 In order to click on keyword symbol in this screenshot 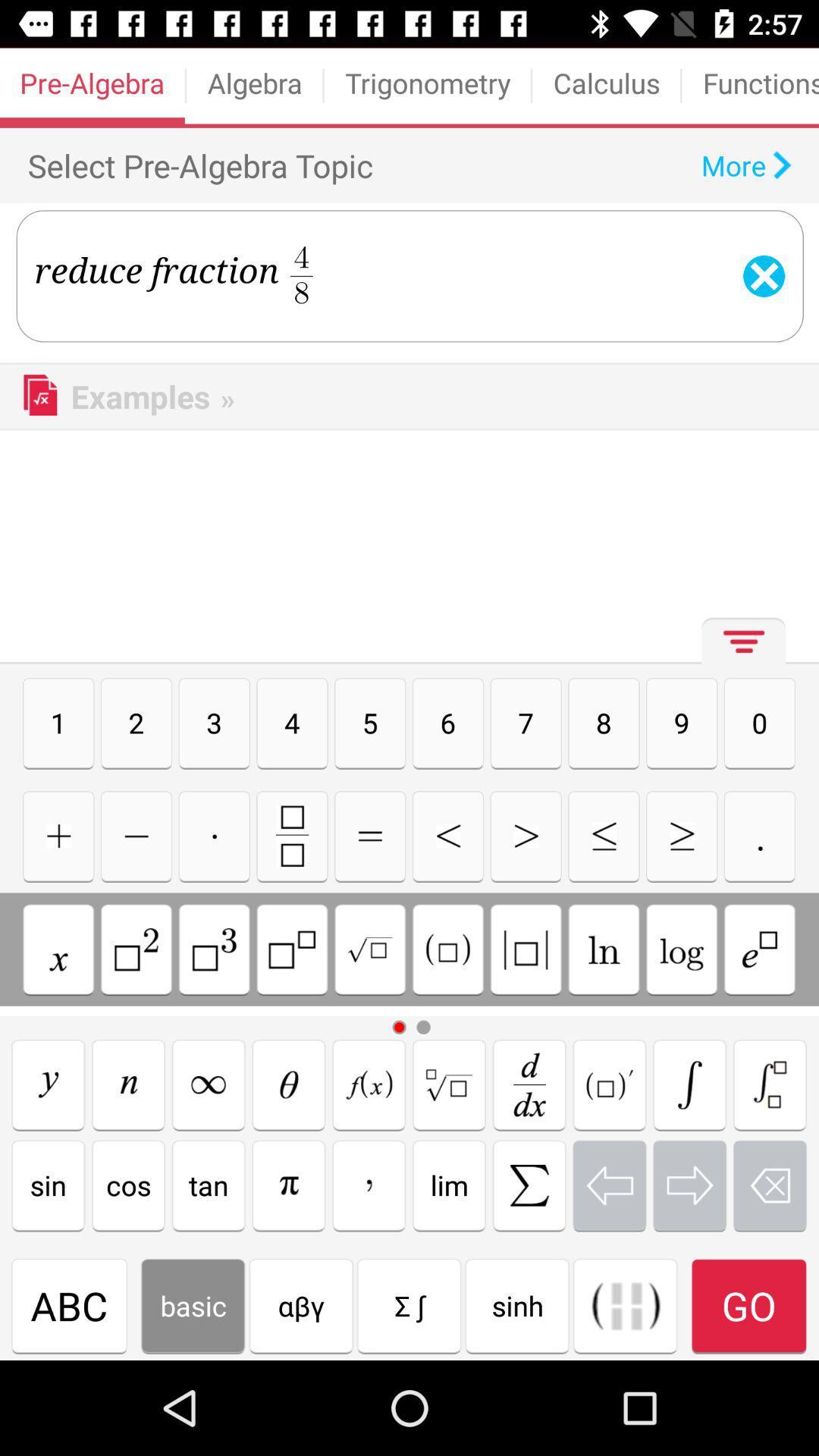, I will do `click(603, 835)`.